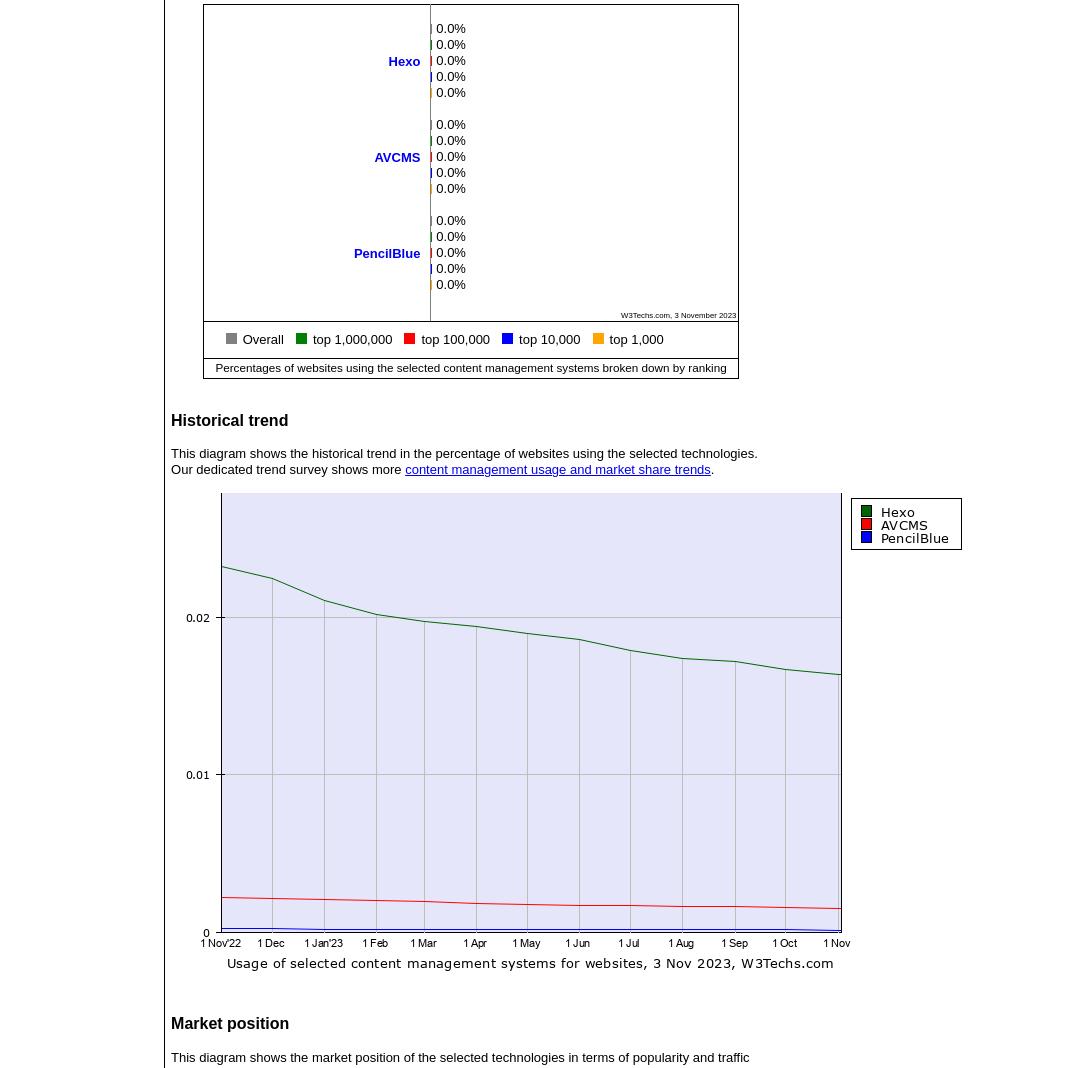 This screenshot has height=1068, width=1071. I want to click on 'content management usage and market share trends', so click(405, 469).